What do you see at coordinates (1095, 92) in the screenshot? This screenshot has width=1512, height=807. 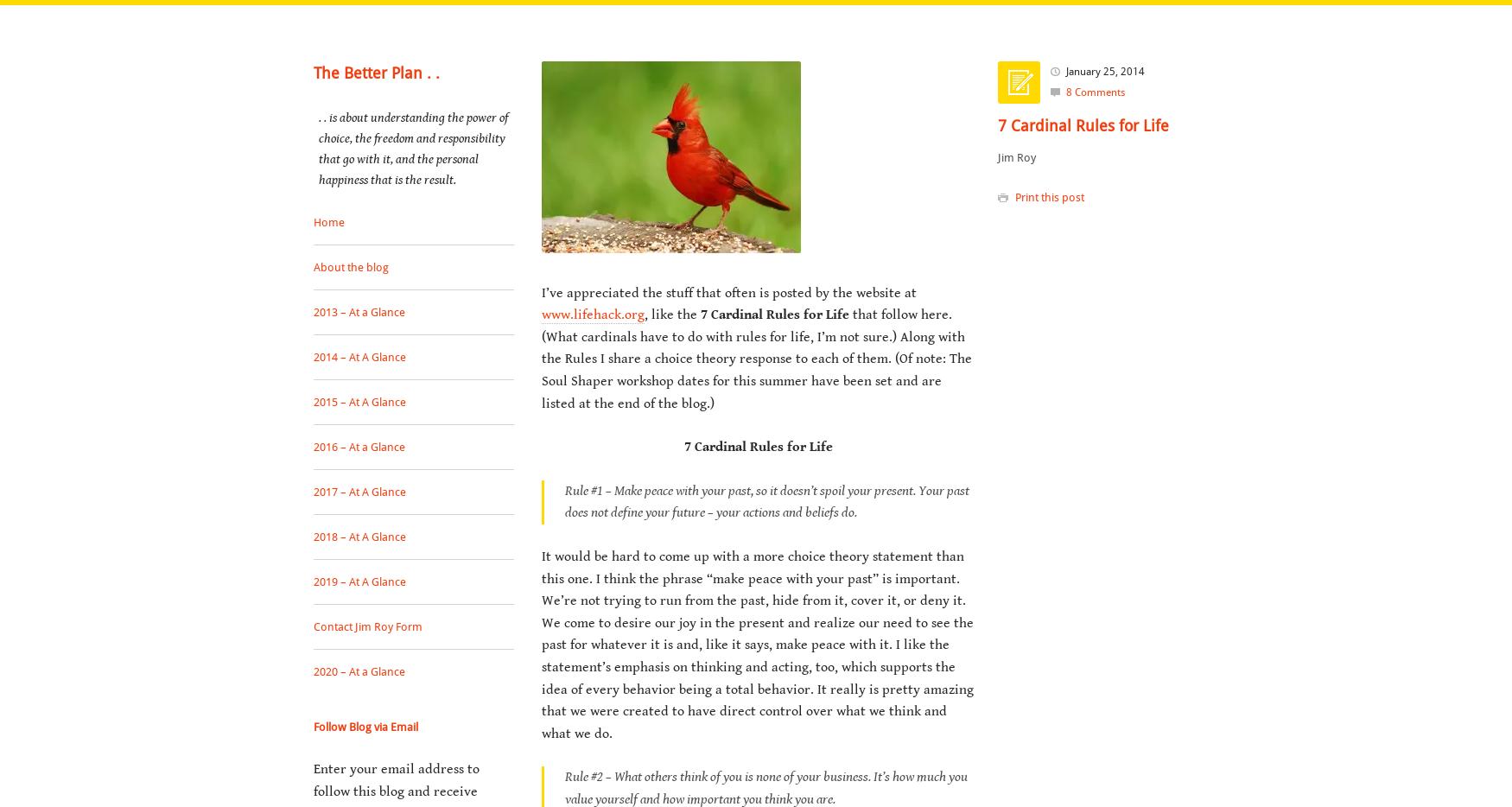 I see `'8 Comments'` at bounding box center [1095, 92].